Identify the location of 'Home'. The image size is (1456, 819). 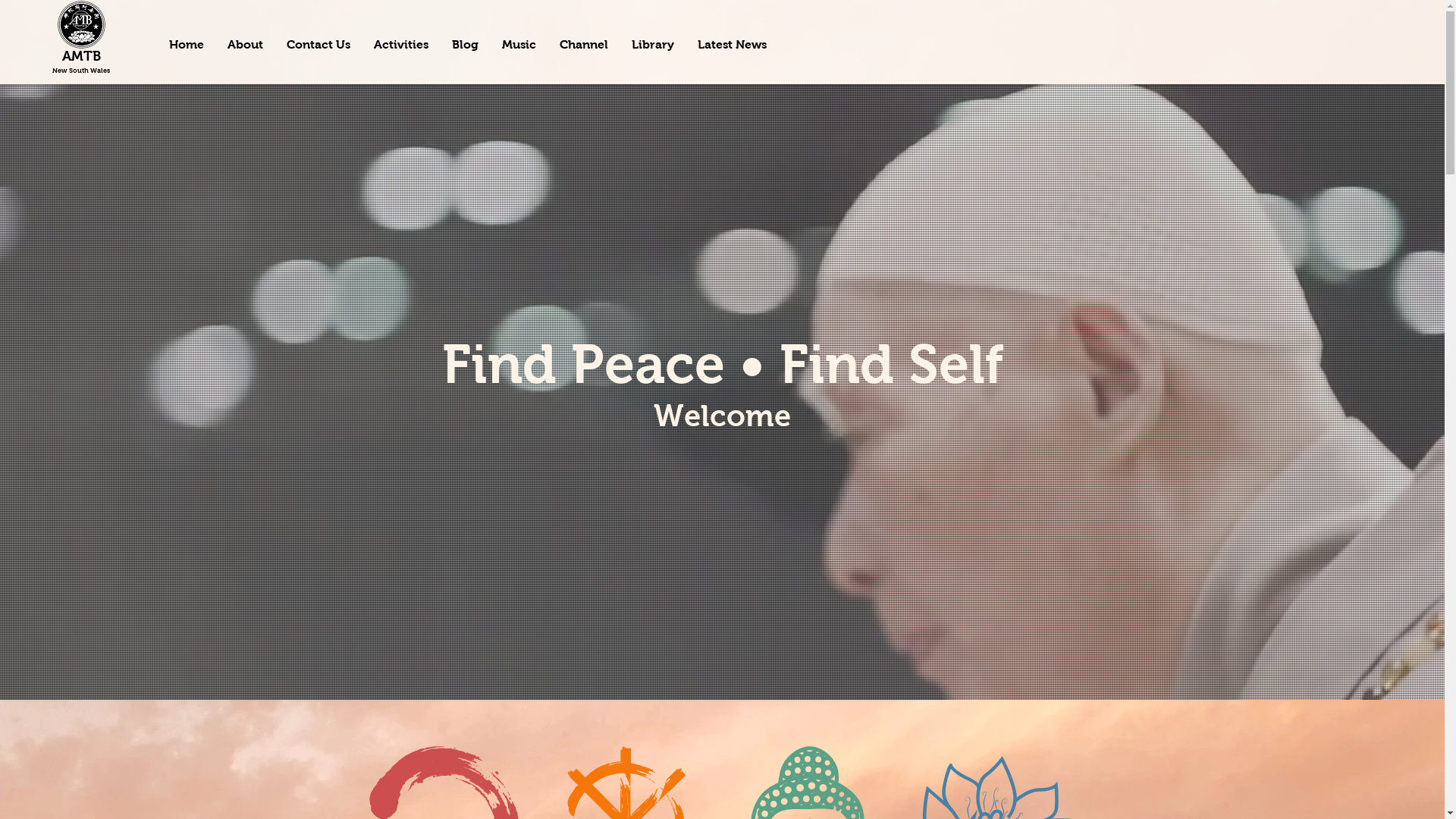
(185, 43).